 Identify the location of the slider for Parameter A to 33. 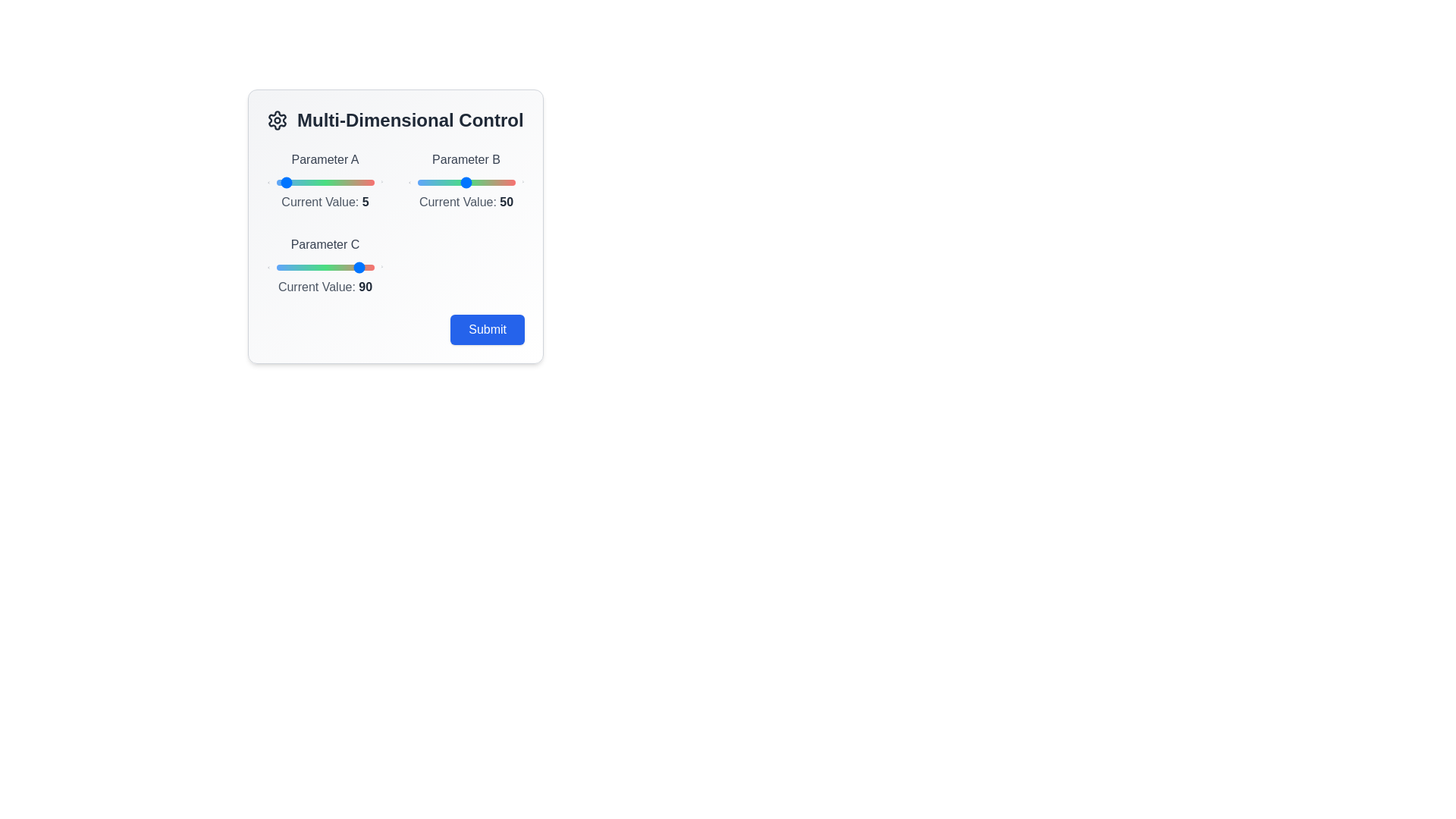
(308, 181).